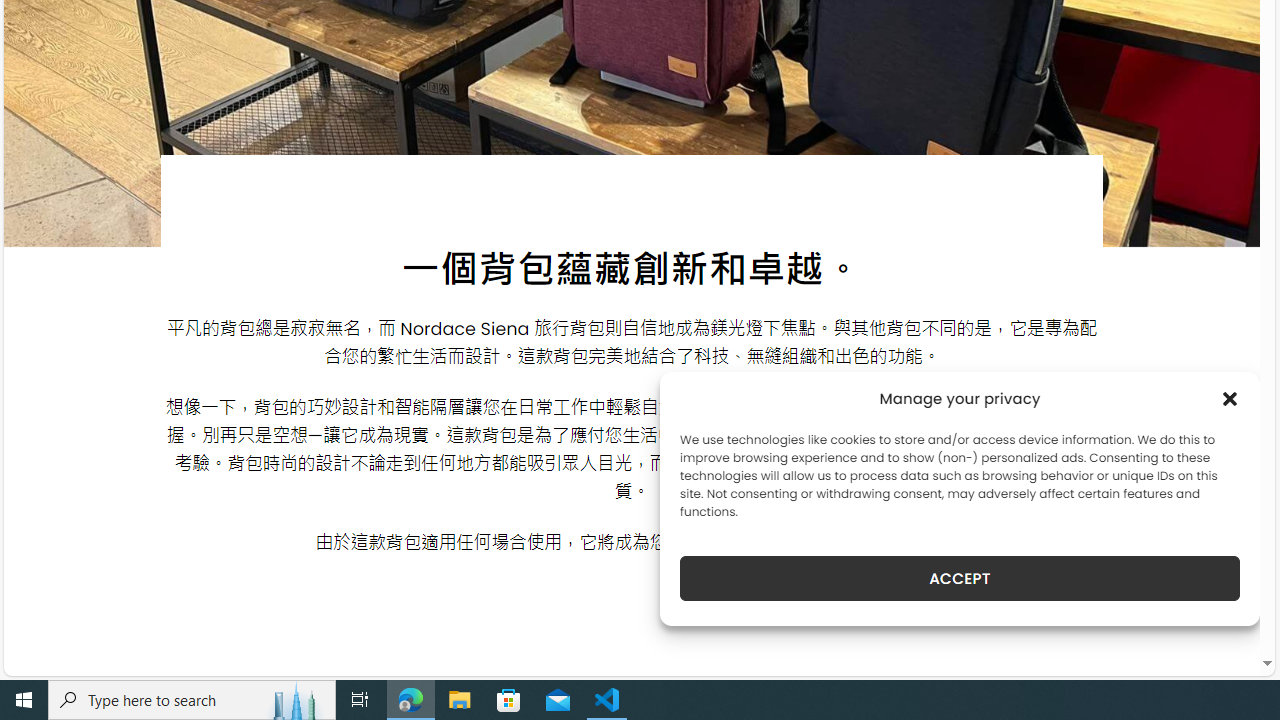  What do you see at coordinates (960, 578) in the screenshot?
I see `'ACCEPT'` at bounding box center [960, 578].